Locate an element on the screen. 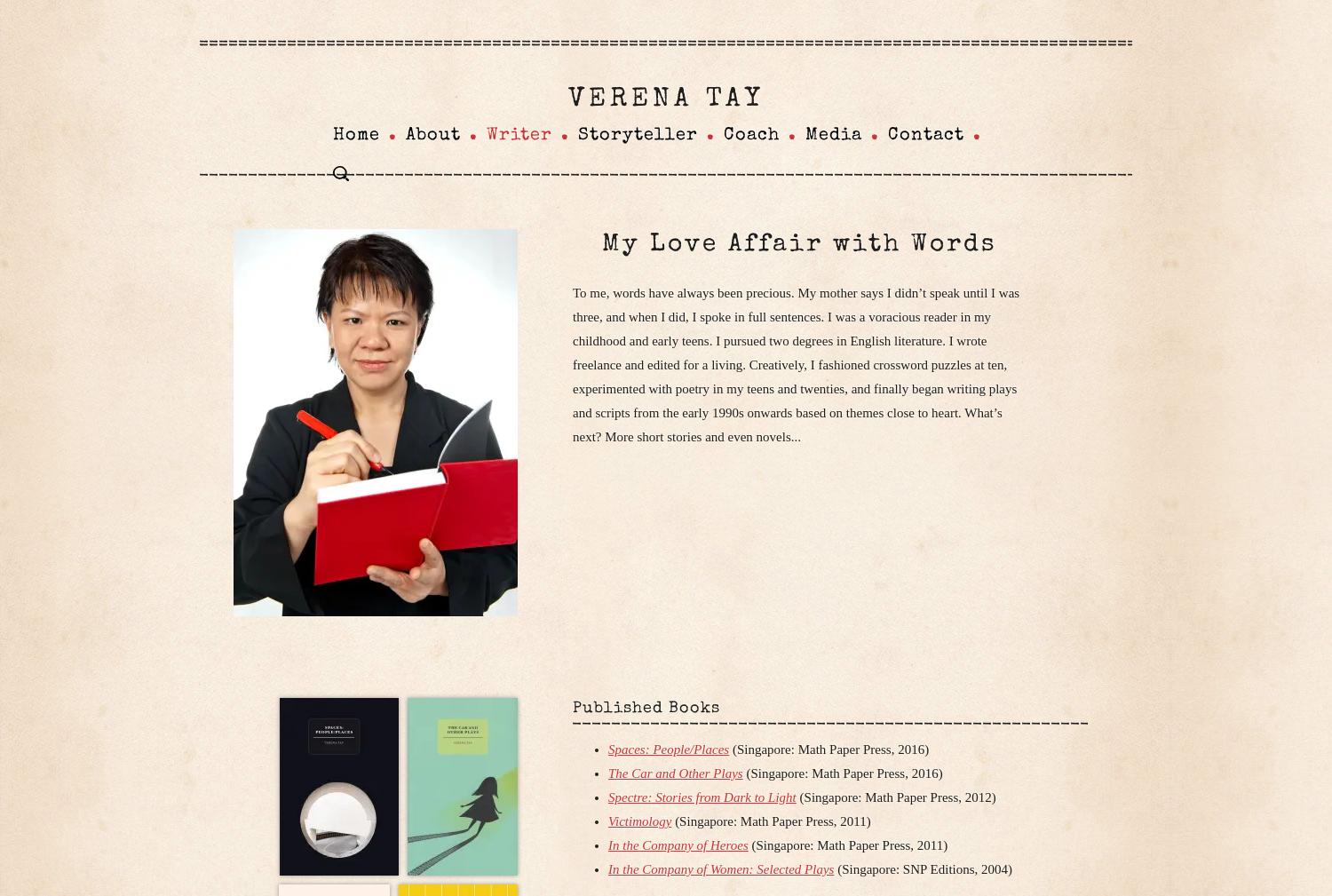 Image resolution: width=1332 pixels, height=896 pixels. '(Singapore: Math Paper Press, 2012)' is located at coordinates (895, 797).